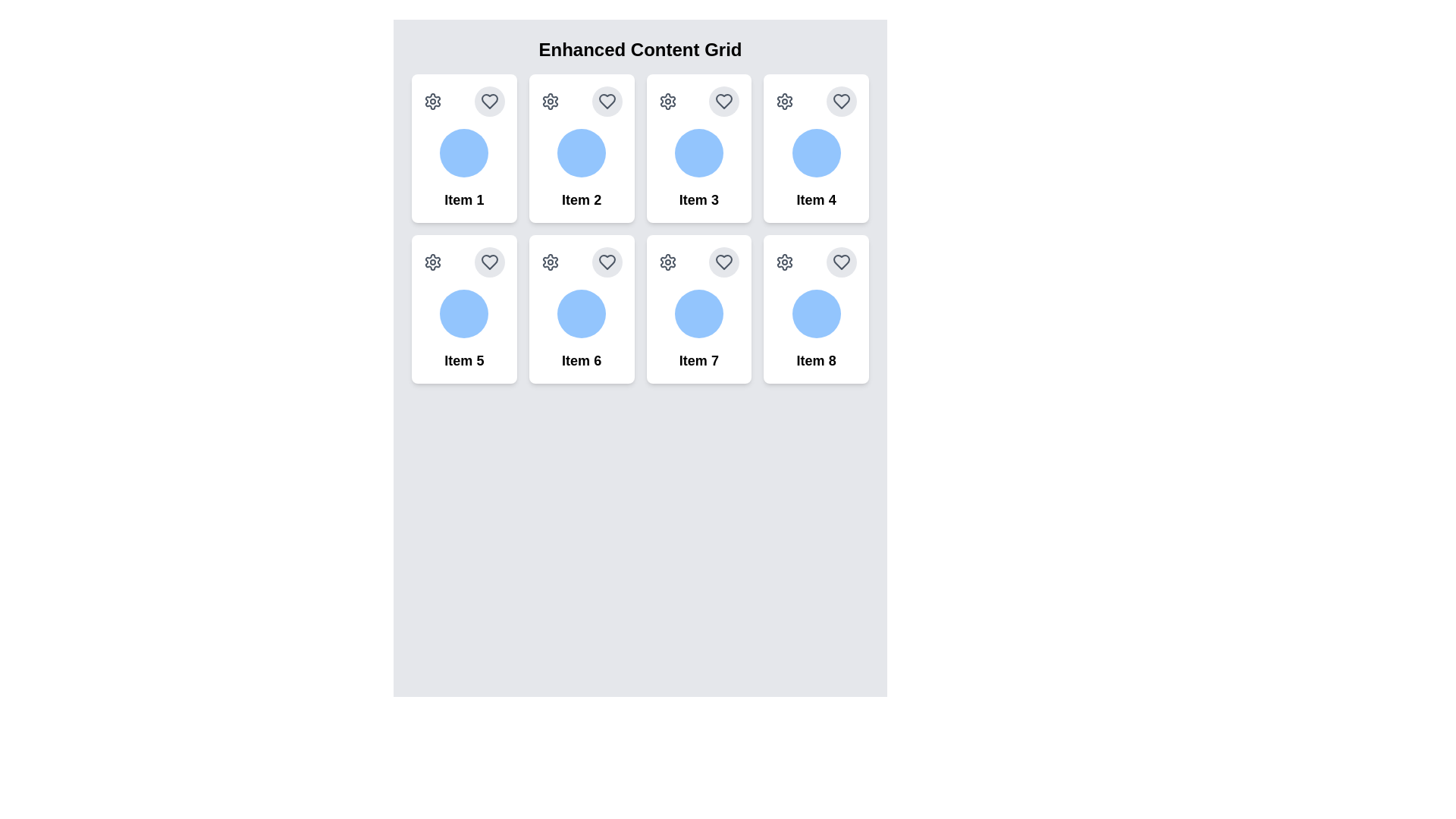  Describe the element at coordinates (840, 262) in the screenshot. I see `the circular button with a gray background and heart-shaped outline located in the top-right corner of the 'Item 8' card` at that location.